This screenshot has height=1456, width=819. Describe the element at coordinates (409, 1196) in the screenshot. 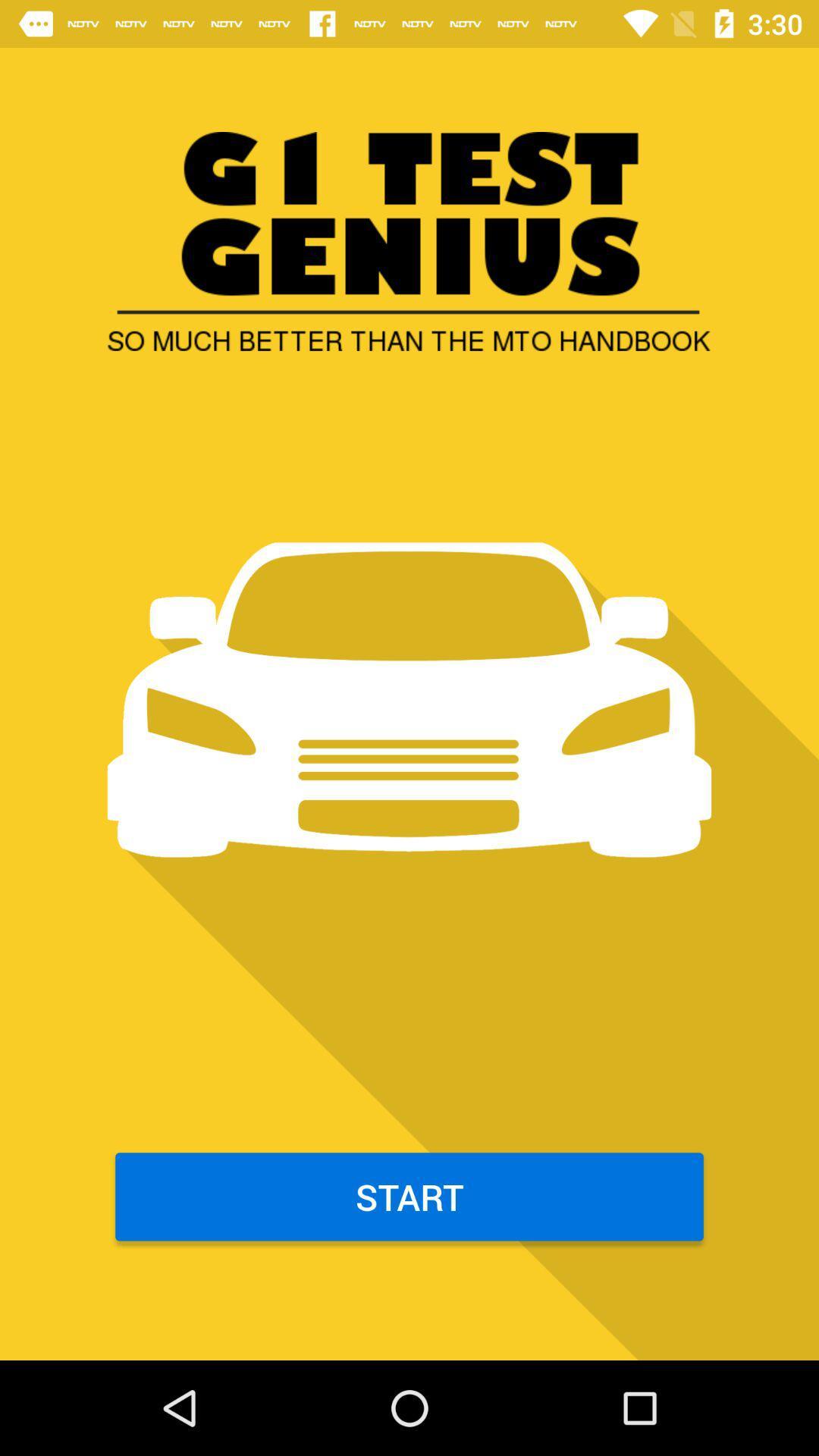

I see `the start` at that location.